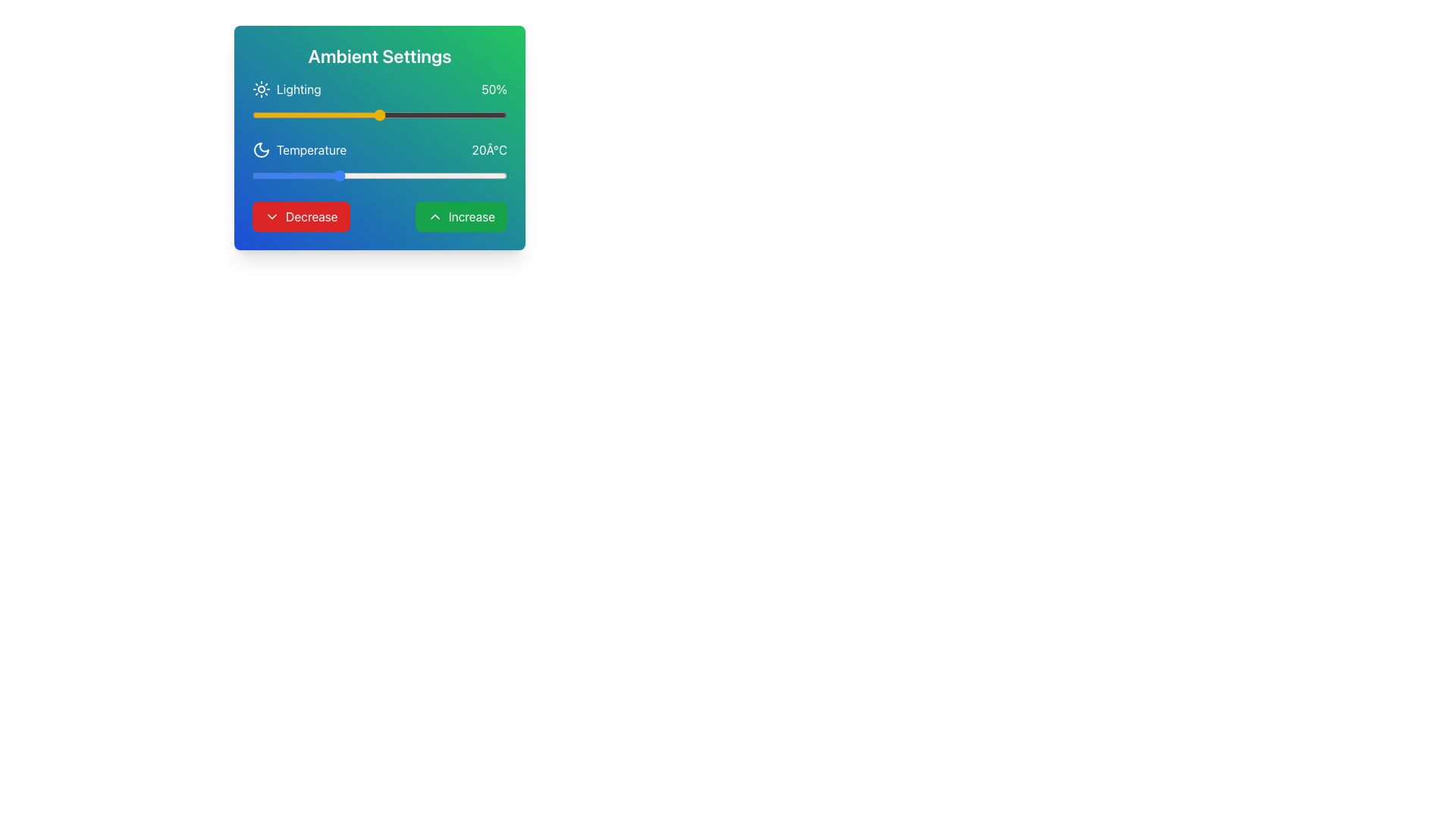 This screenshot has height=819, width=1456. What do you see at coordinates (335, 114) in the screenshot?
I see `brightness level` at bounding box center [335, 114].